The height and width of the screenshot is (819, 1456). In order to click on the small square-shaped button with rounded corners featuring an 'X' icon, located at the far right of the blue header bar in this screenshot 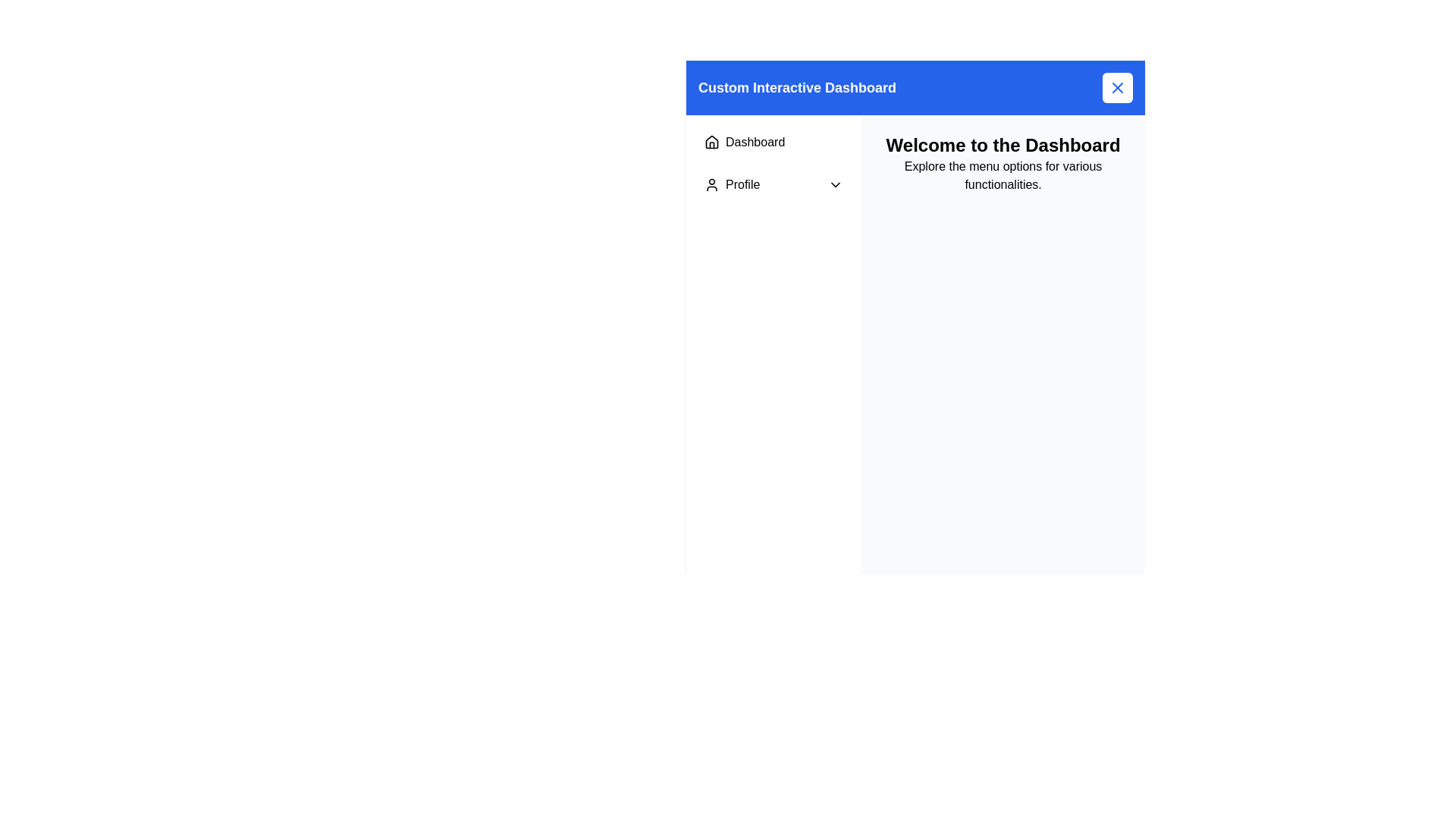, I will do `click(1117, 87)`.